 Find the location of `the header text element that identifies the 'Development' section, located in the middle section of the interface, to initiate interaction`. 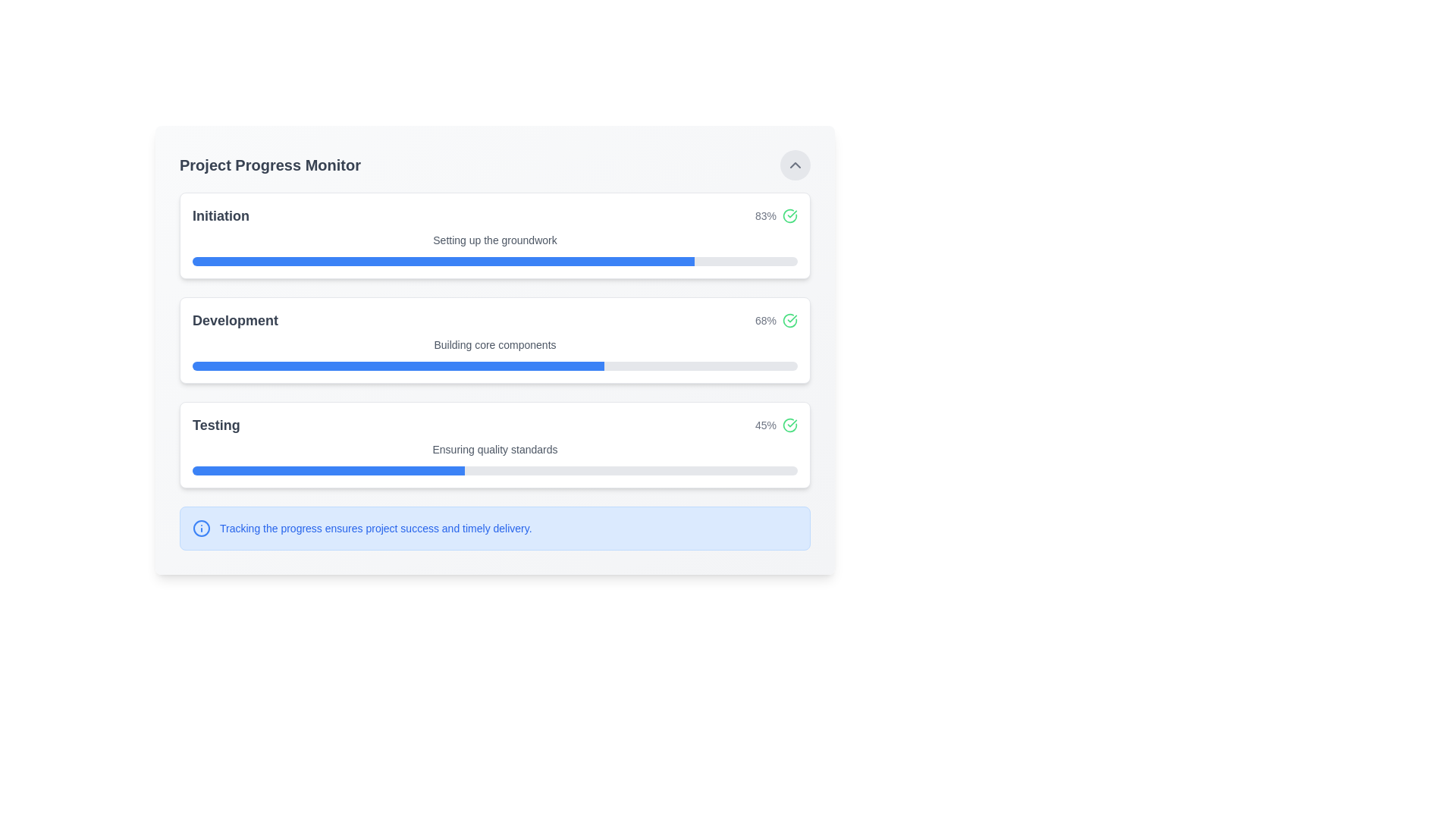

the header text element that identifies the 'Development' section, located in the middle section of the interface, to initiate interaction is located at coordinates (234, 320).